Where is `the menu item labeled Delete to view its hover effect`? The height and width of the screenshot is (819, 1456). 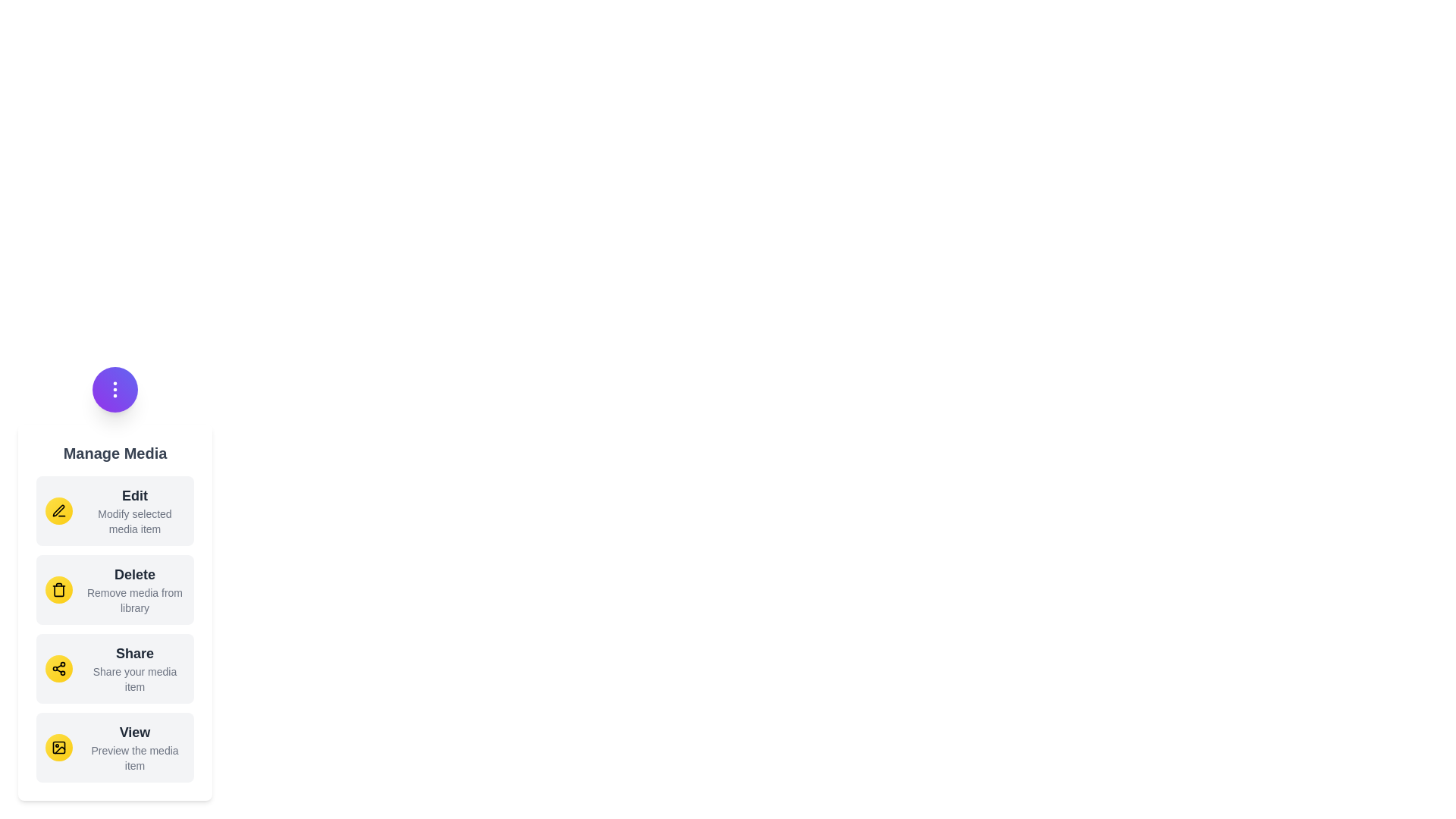 the menu item labeled Delete to view its hover effect is located at coordinates (115, 589).